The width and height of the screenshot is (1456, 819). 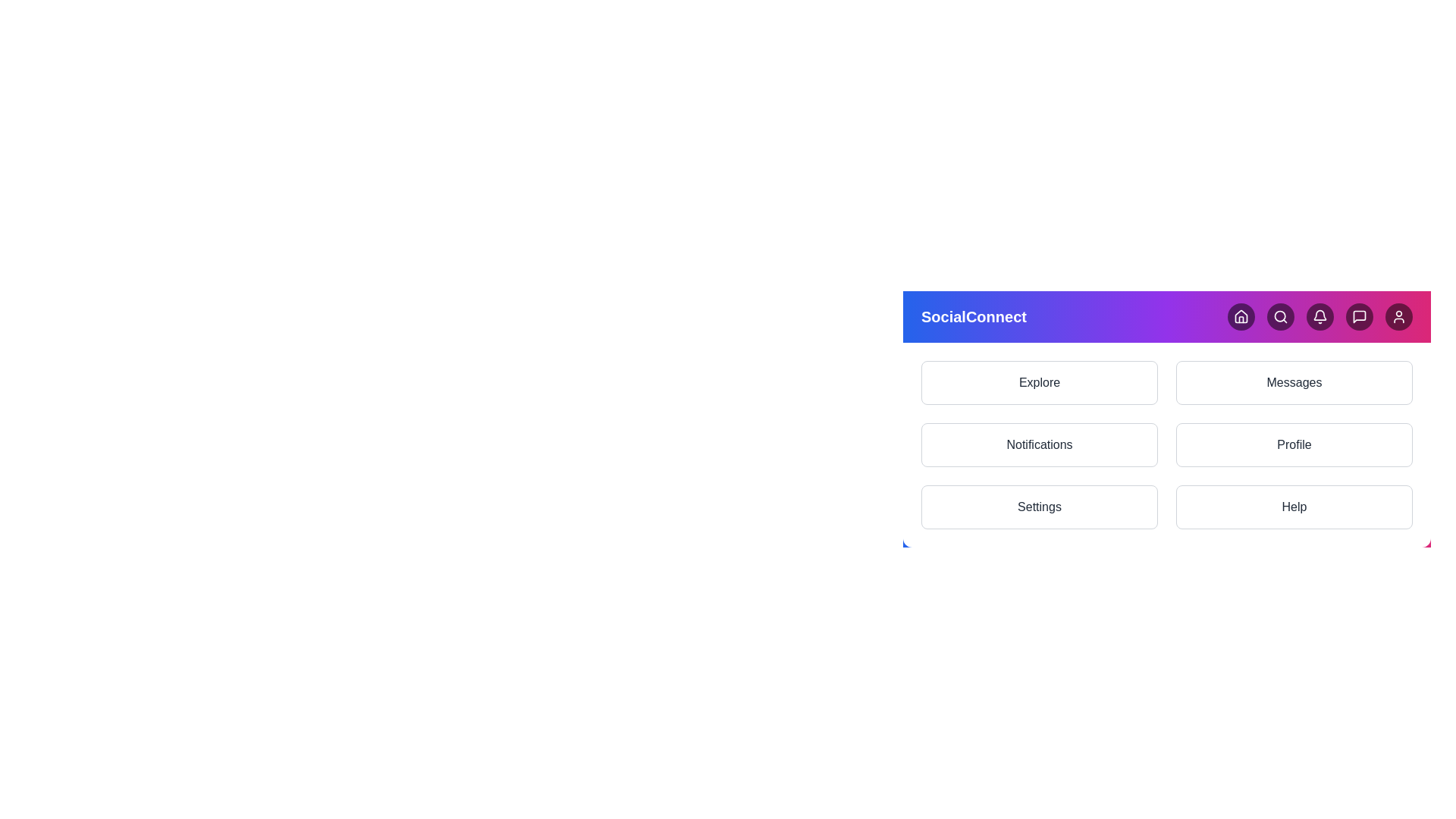 I want to click on the button with the icon MessageSquare to observe the hover effect, so click(x=1360, y=315).